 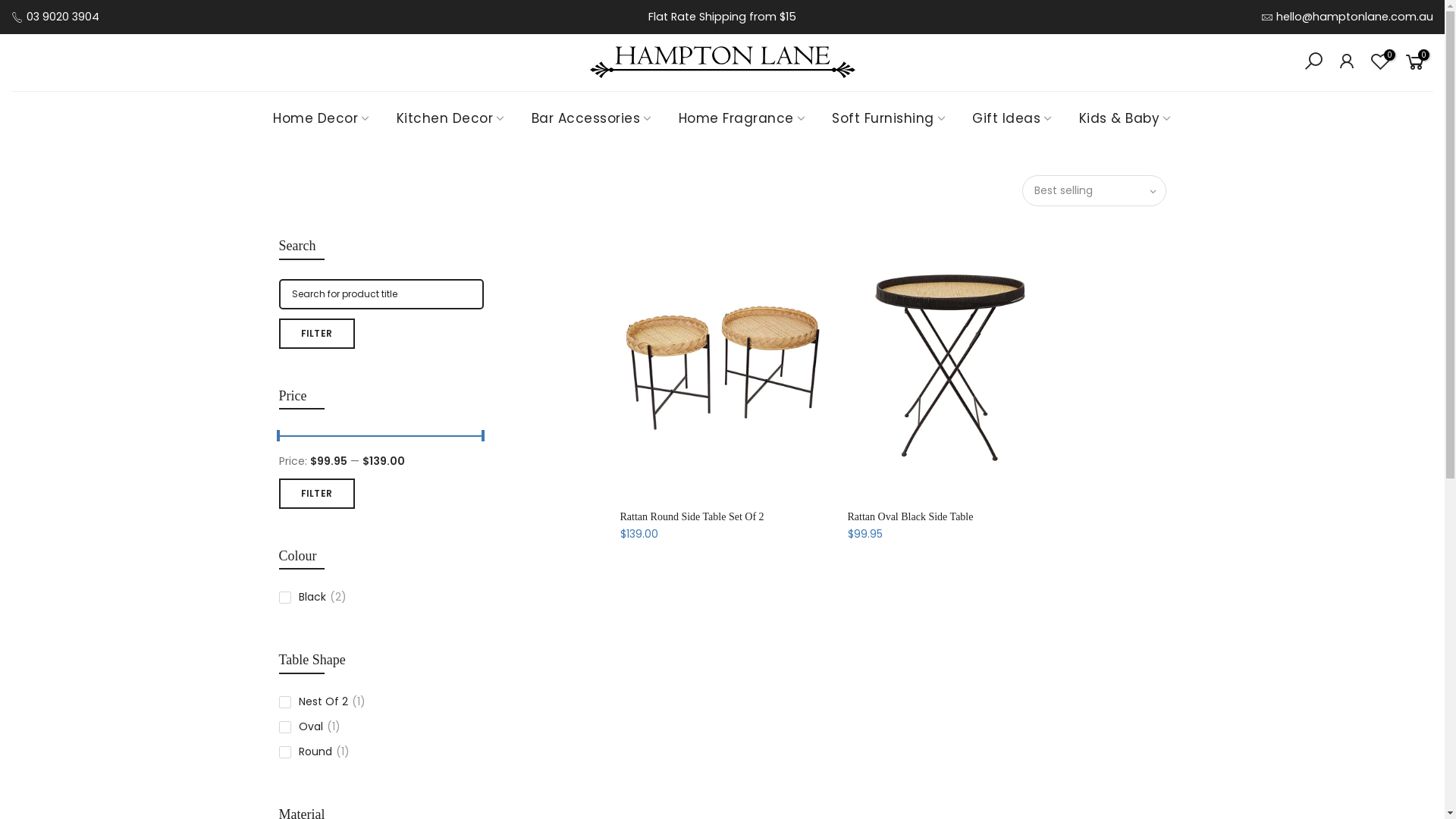 I want to click on 'Home Decor', so click(x=321, y=117).